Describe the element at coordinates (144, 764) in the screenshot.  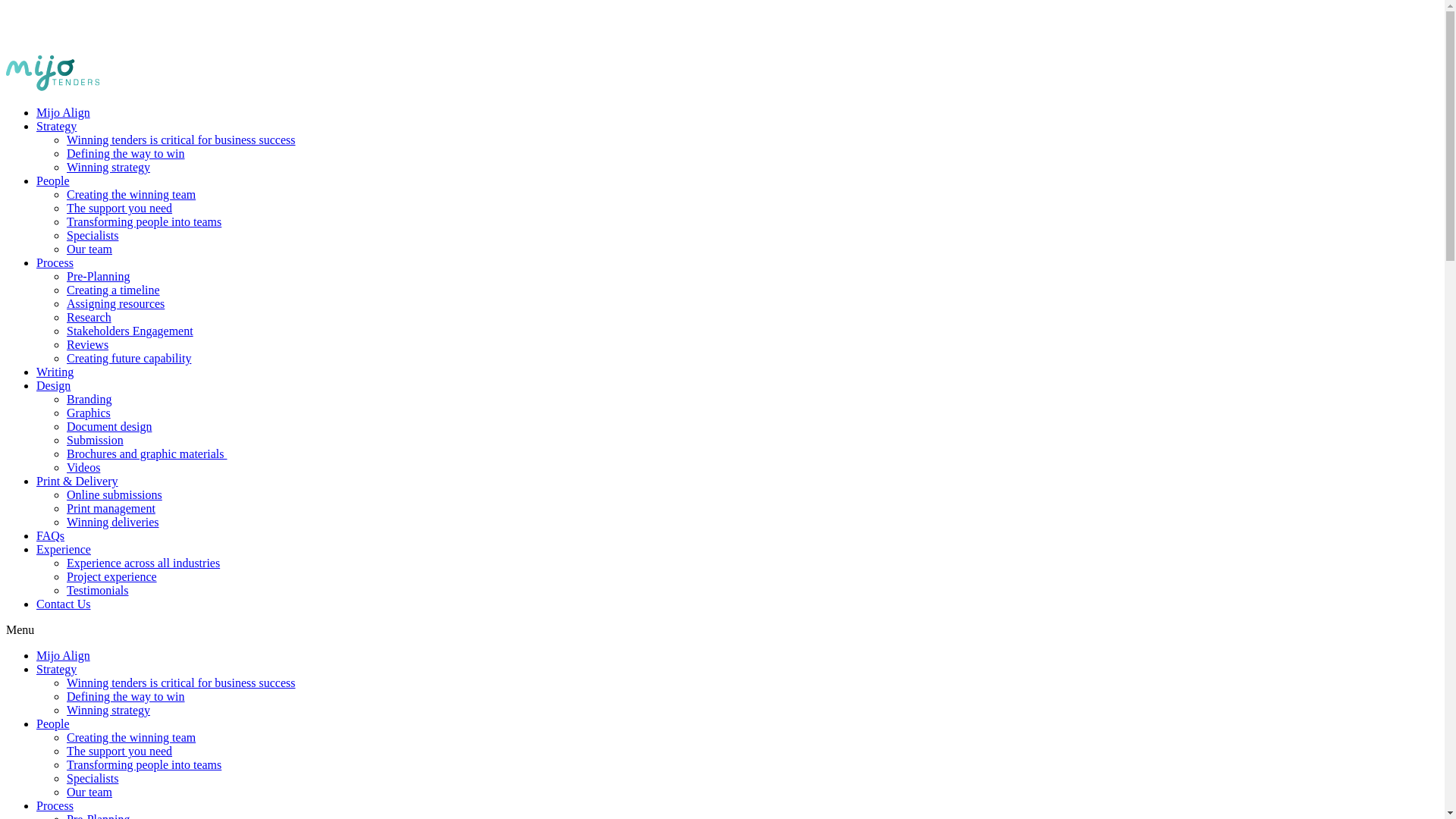
I see `'Transforming people into teams'` at that location.